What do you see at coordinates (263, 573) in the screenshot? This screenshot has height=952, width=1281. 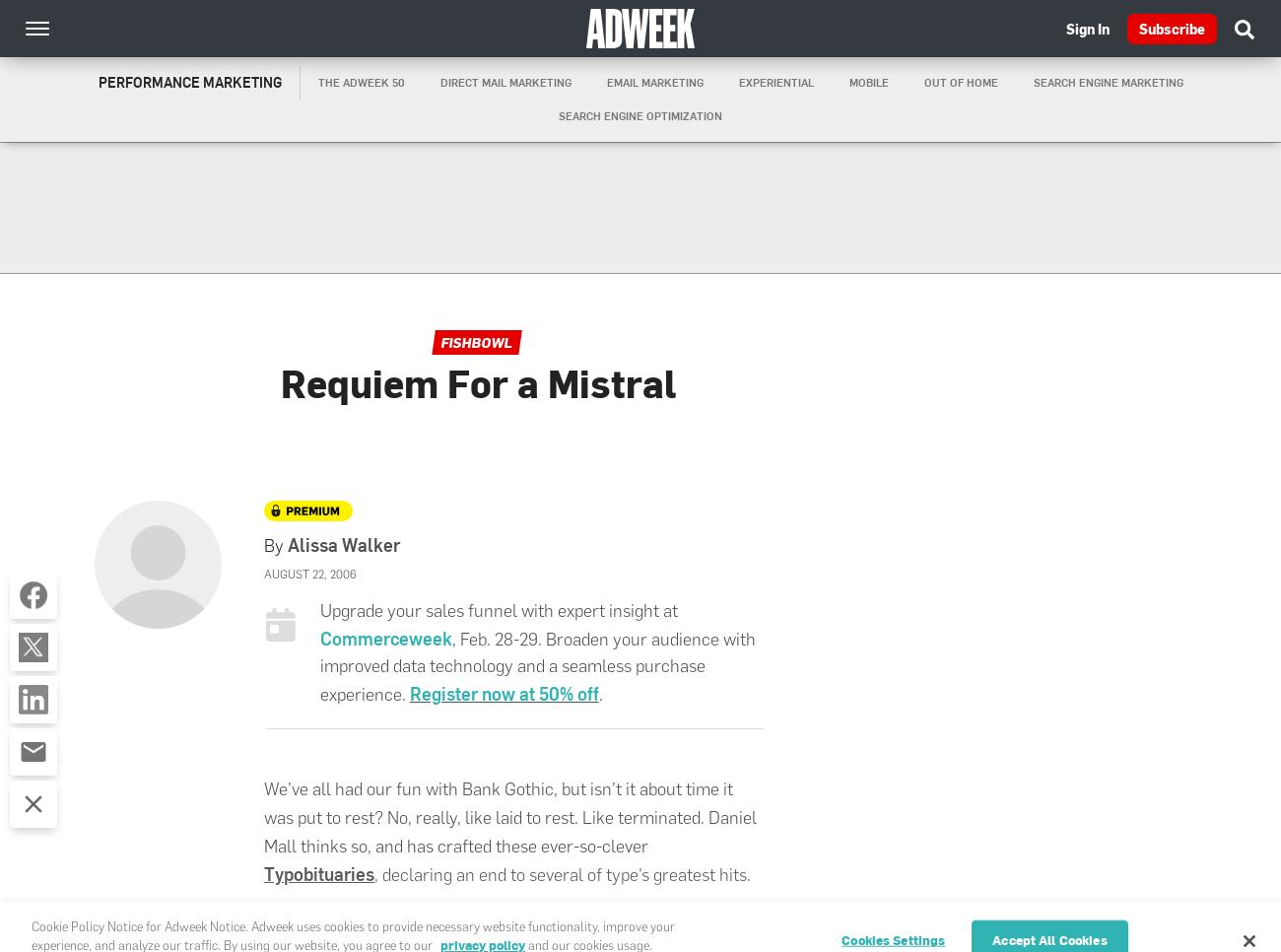 I see `'August 22, 2006'` at bounding box center [263, 573].